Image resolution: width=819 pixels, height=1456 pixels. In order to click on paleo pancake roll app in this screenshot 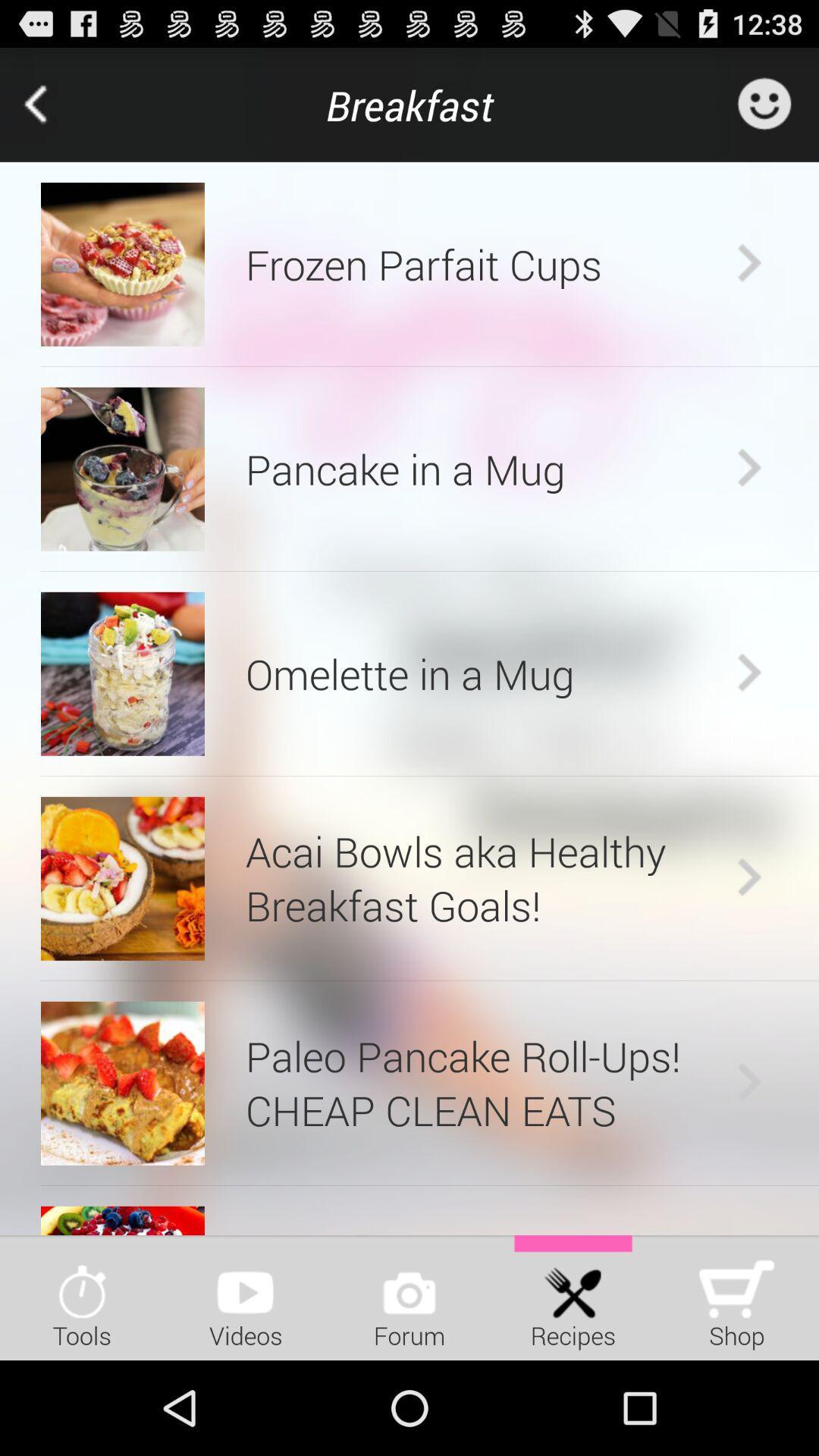, I will do `click(487, 1082)`.